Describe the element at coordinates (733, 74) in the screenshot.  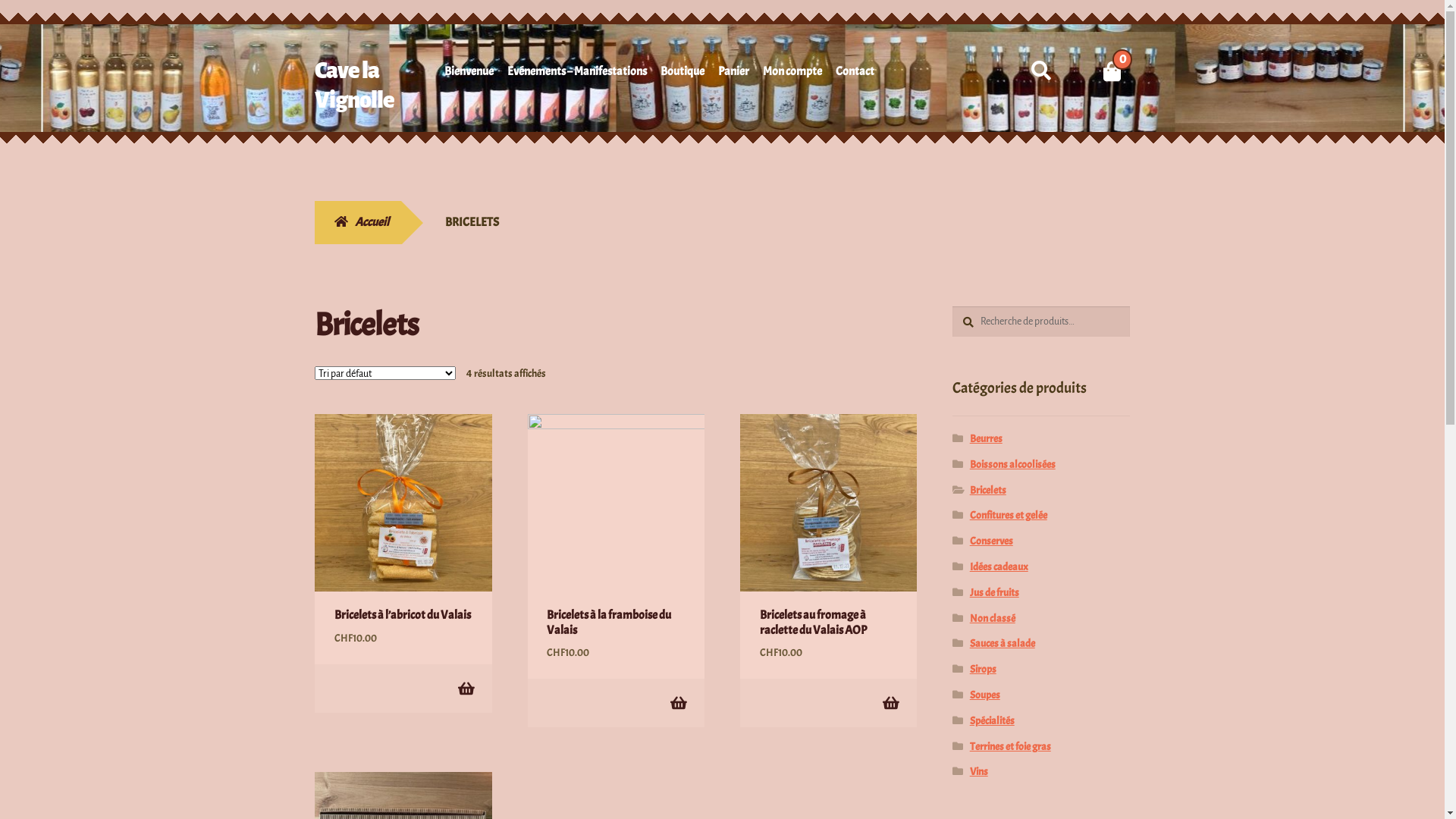
I see `'Panier'` at that location.